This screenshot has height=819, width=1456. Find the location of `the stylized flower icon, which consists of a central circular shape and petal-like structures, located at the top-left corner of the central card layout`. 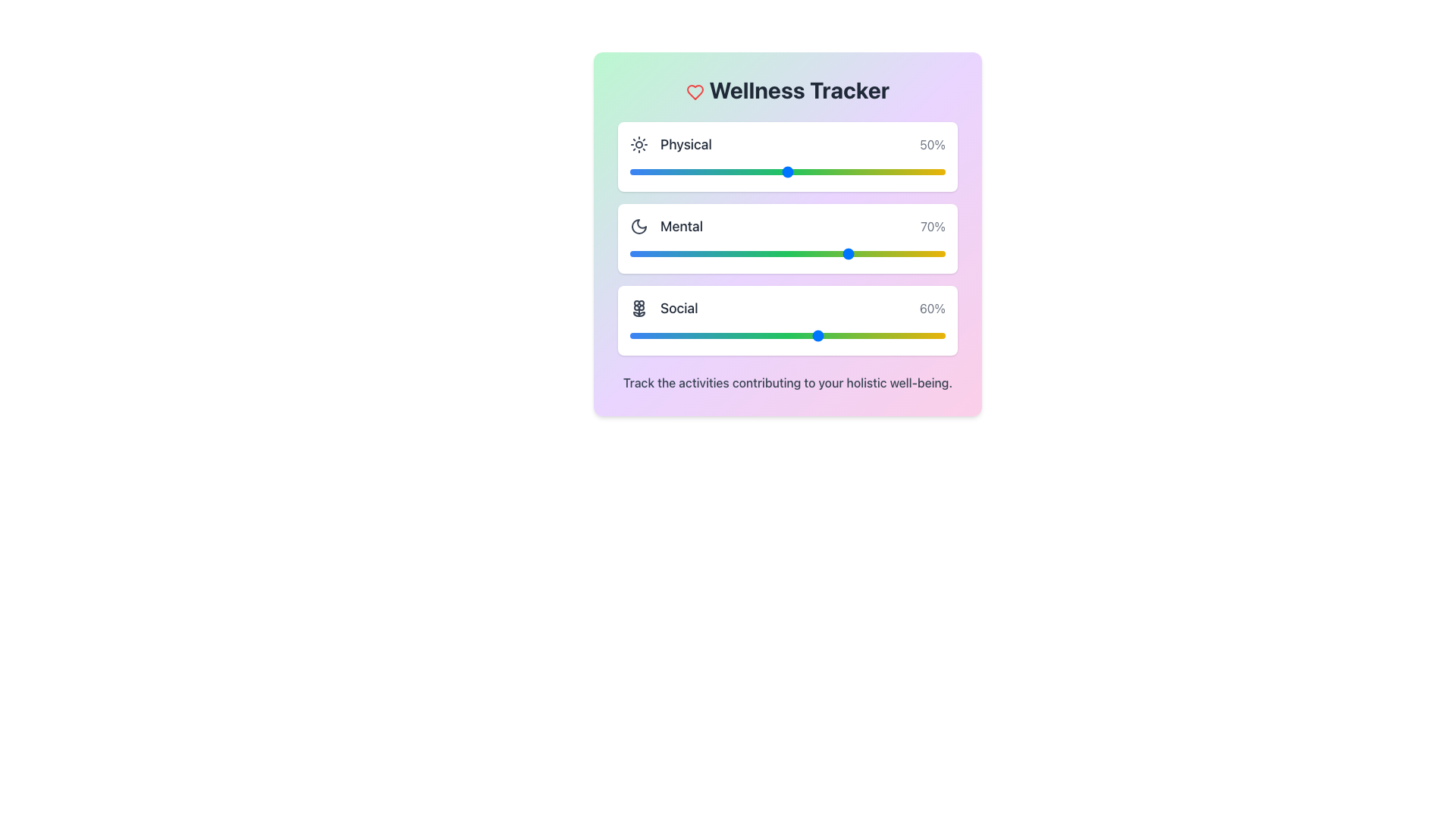

the stylized flower icon, which consists of a central circular shape and petal-like structures, located at the top-left corner of the central card layout is located at coordinates (639, 305).